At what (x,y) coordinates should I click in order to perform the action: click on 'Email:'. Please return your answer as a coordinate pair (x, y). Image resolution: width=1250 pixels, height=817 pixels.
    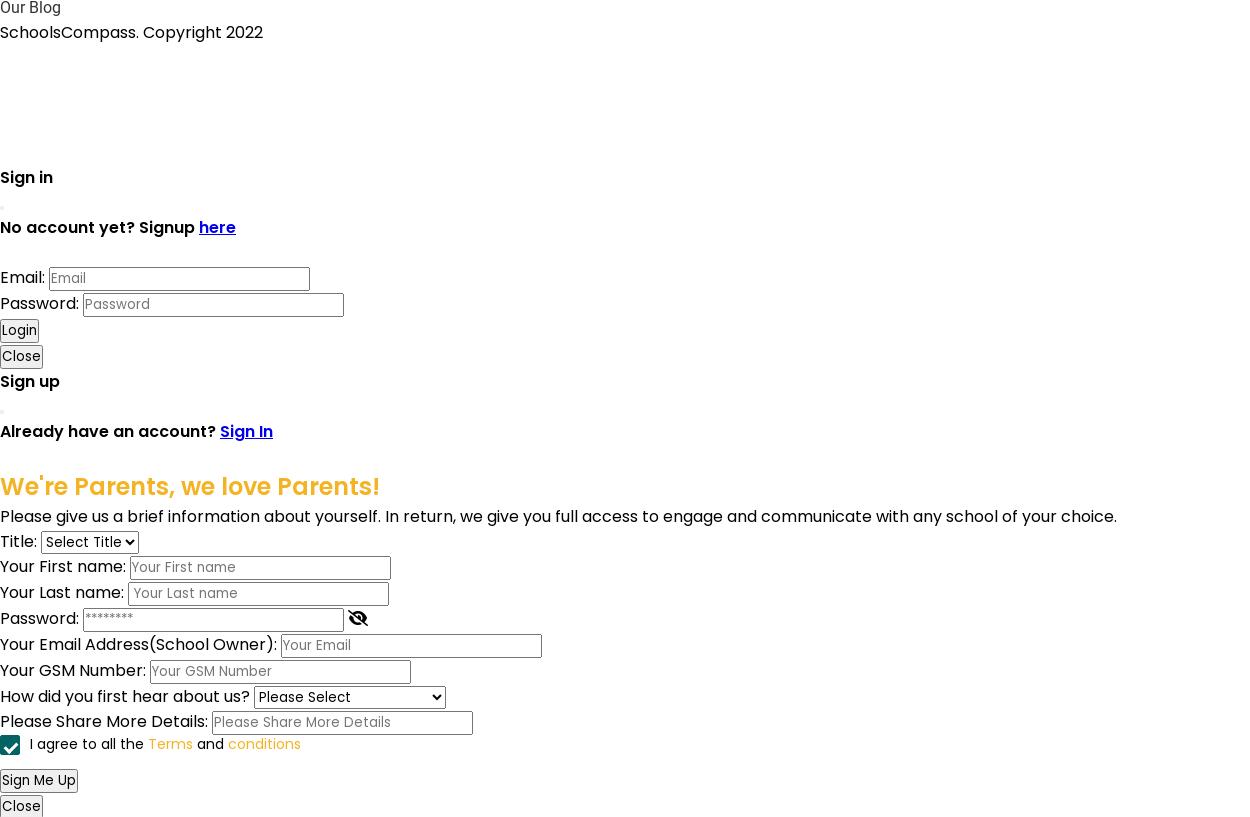
    Looking at the image, I should click on (22, 277).